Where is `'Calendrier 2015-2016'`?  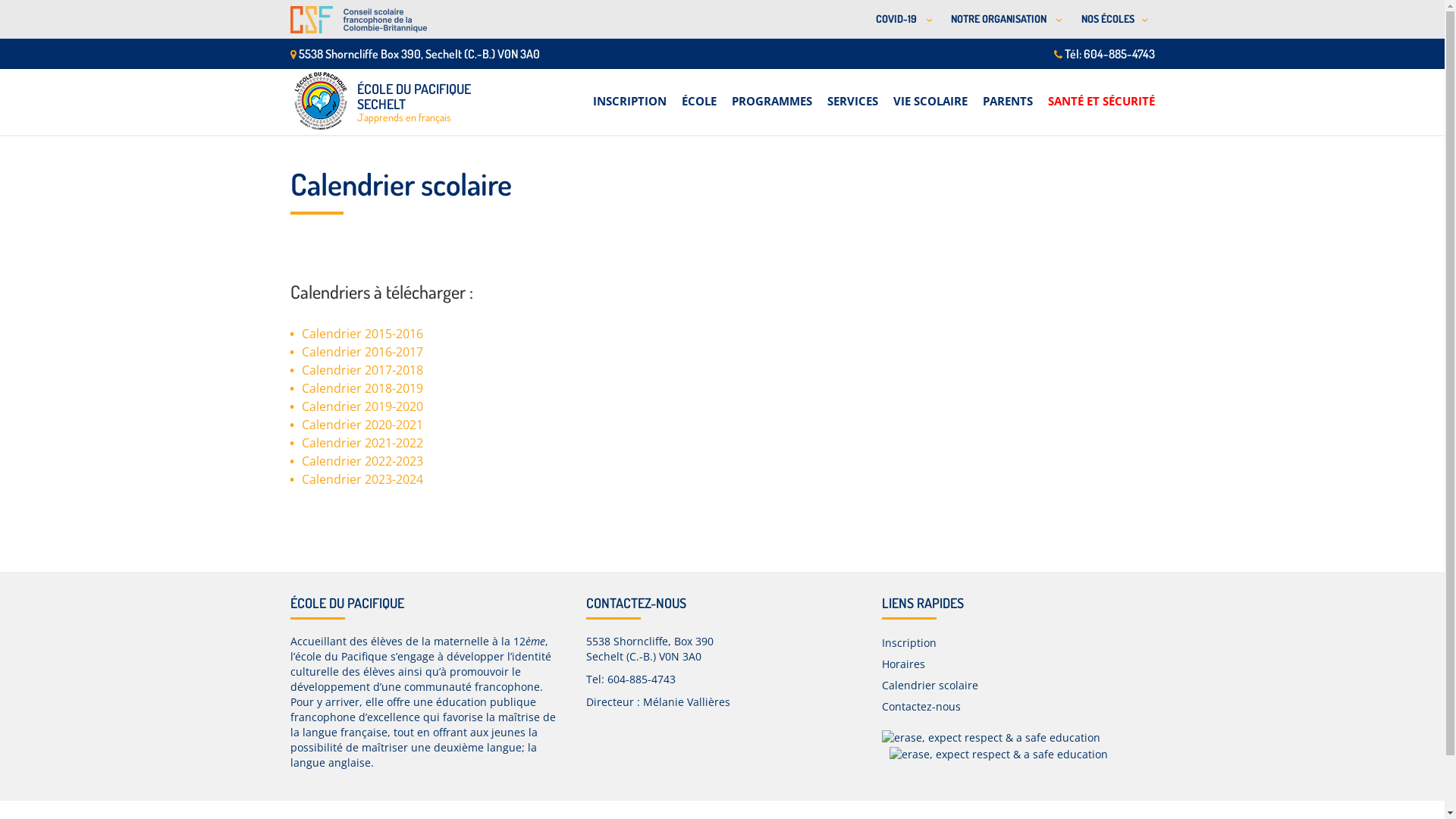 'Calendrier 2015-2016' is located at coordinates (362, 332).